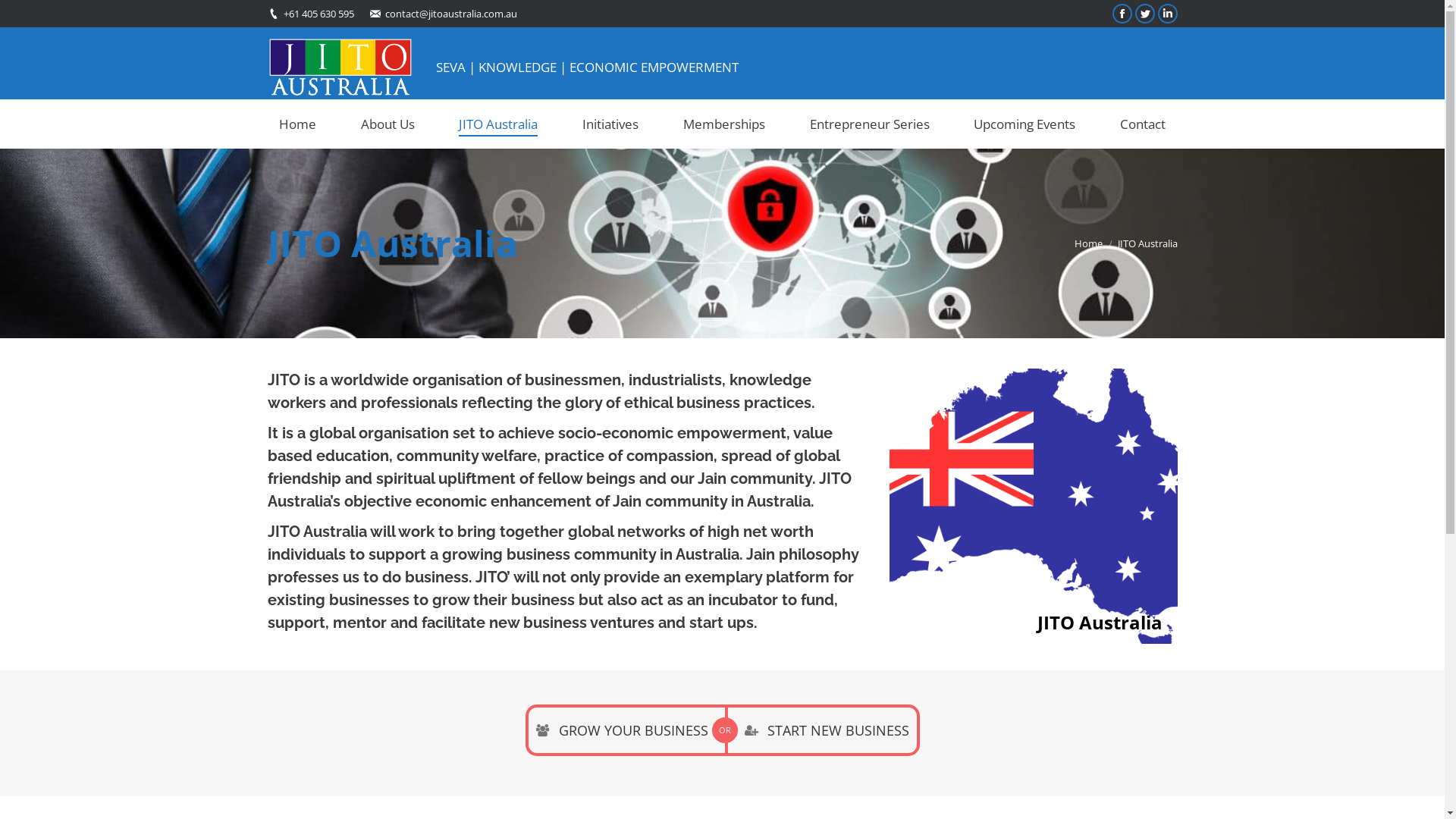  What do you see at coordinates (318, 13) in the screenshot?
I see `'+61 405 630 595'` at bounding box center [318, 13].